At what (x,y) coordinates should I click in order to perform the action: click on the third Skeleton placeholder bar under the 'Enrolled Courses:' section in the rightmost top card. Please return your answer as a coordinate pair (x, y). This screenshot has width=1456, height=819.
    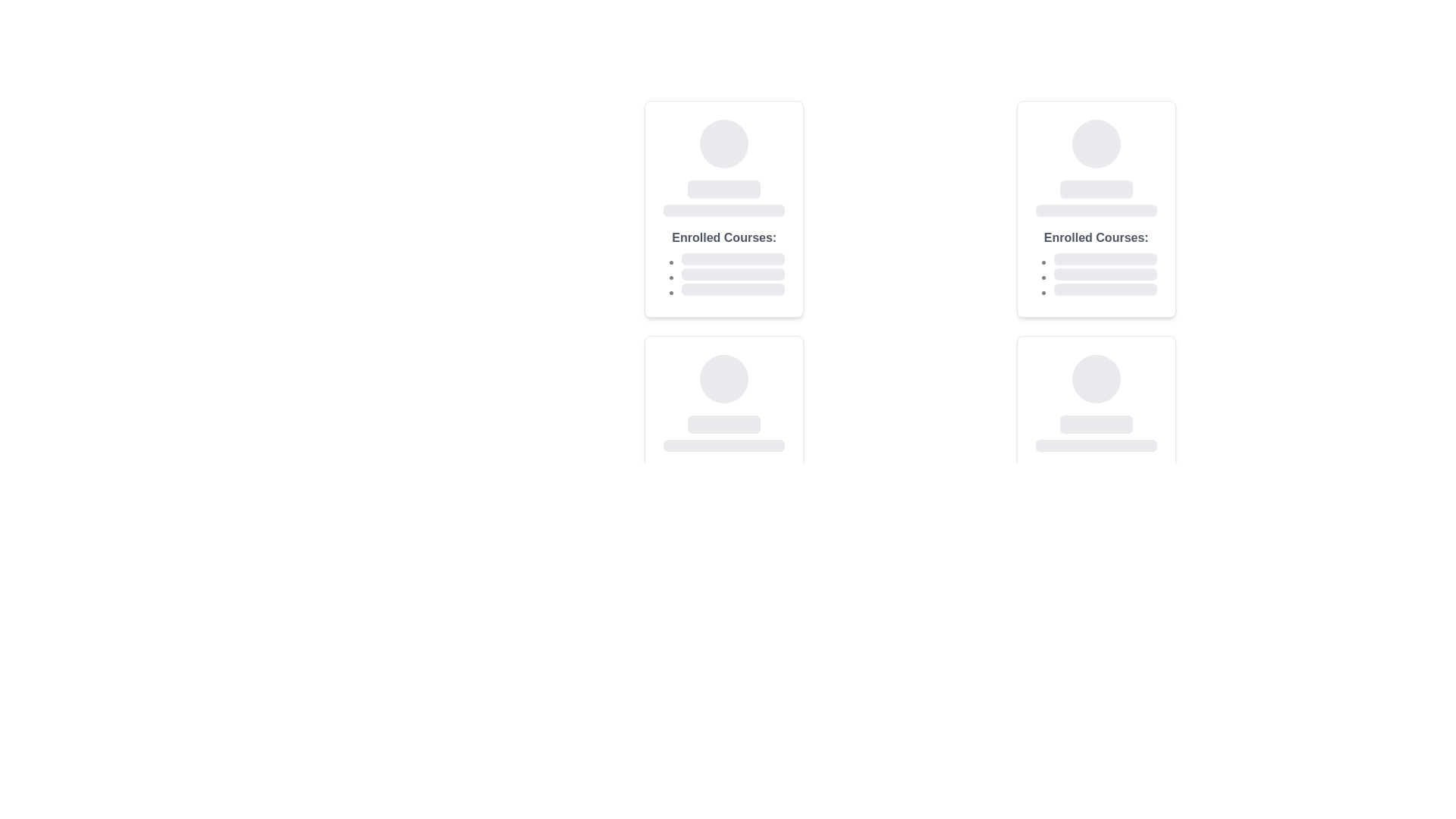
    Looking at the image, I should click on (1105, 289).